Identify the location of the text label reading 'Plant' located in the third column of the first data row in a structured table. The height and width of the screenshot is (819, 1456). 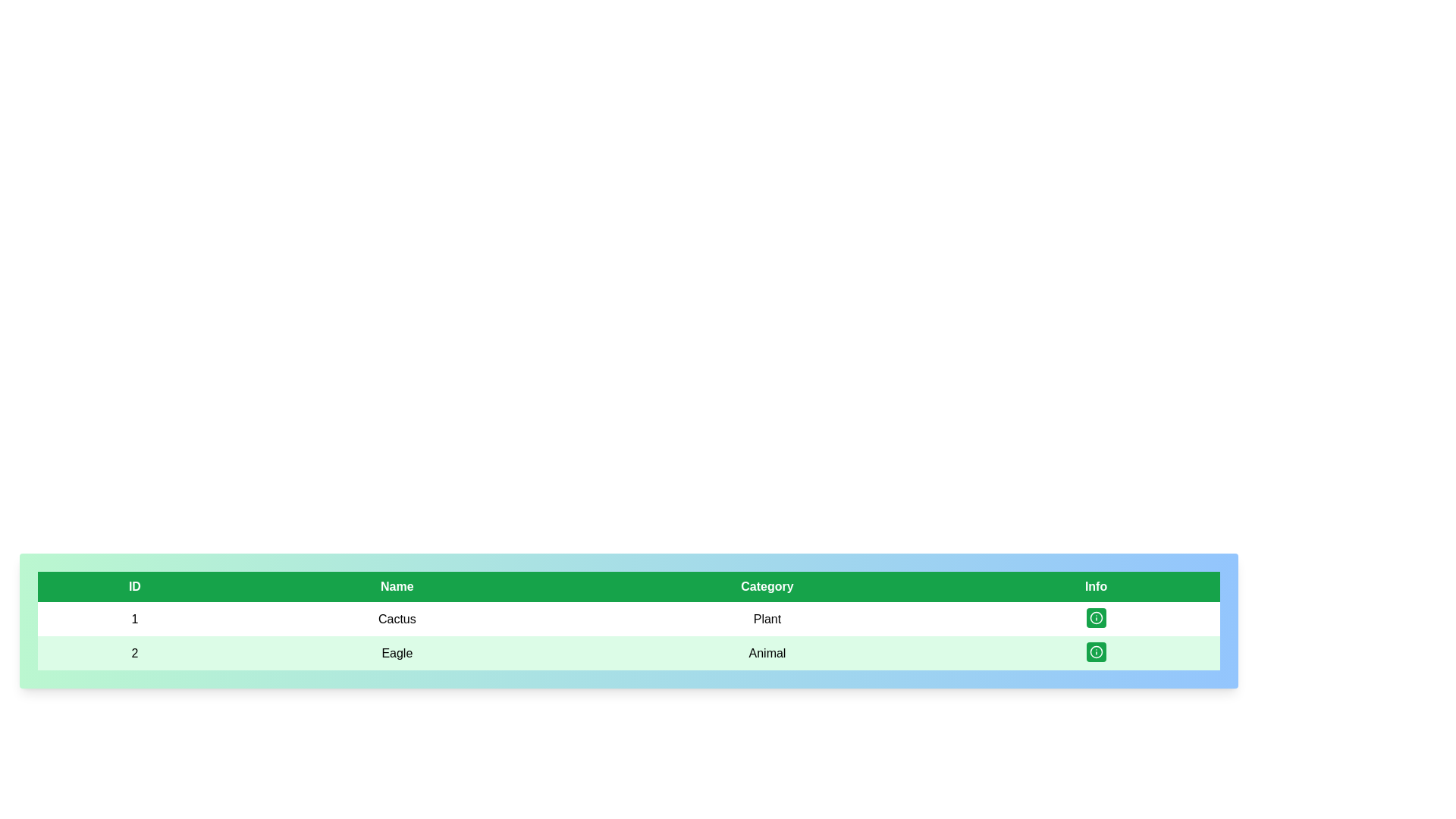
(767, 619).